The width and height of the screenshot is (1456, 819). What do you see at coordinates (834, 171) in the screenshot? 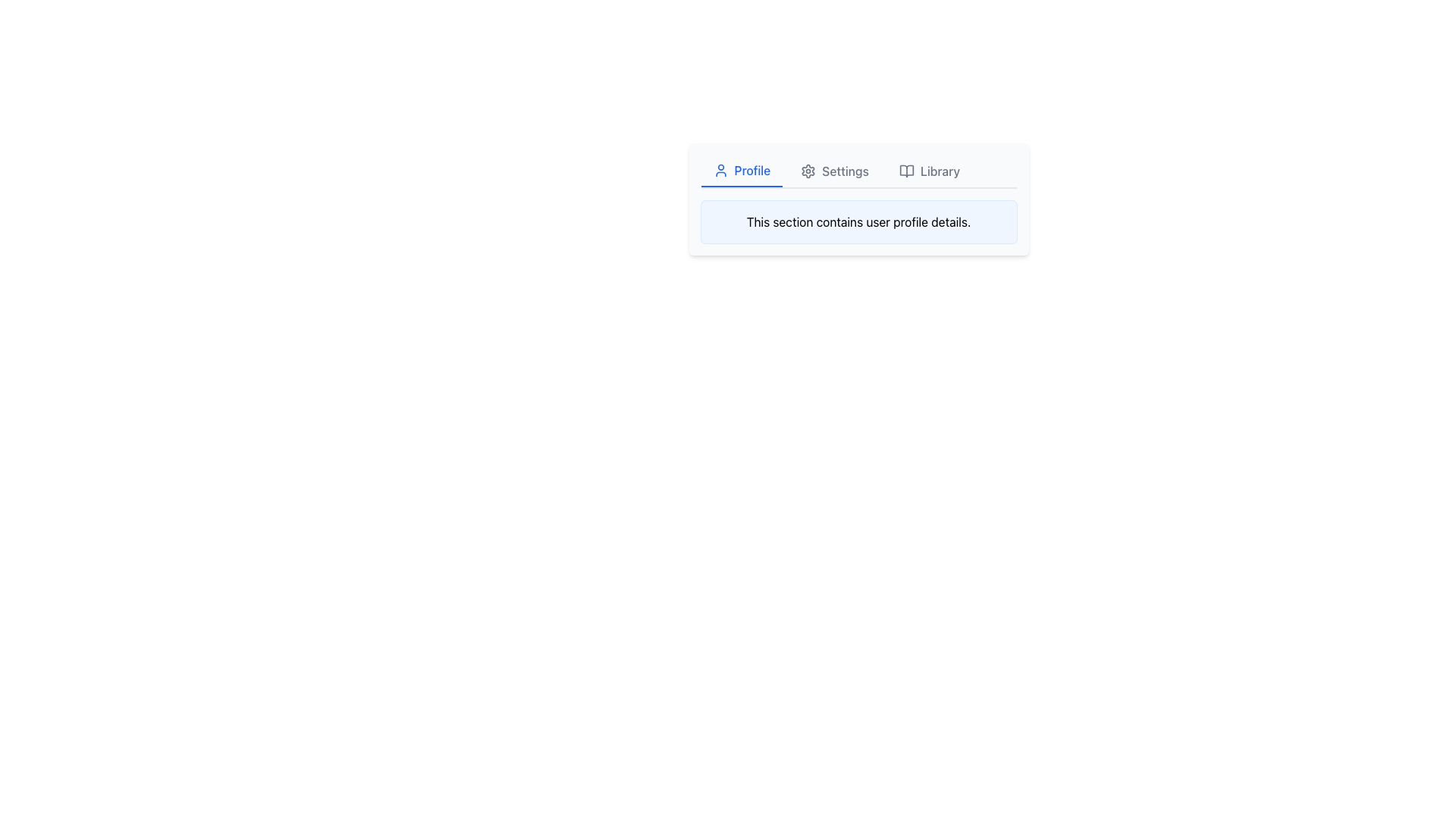
I see `the 'Settings' tab` at bounding box center [834, 171].